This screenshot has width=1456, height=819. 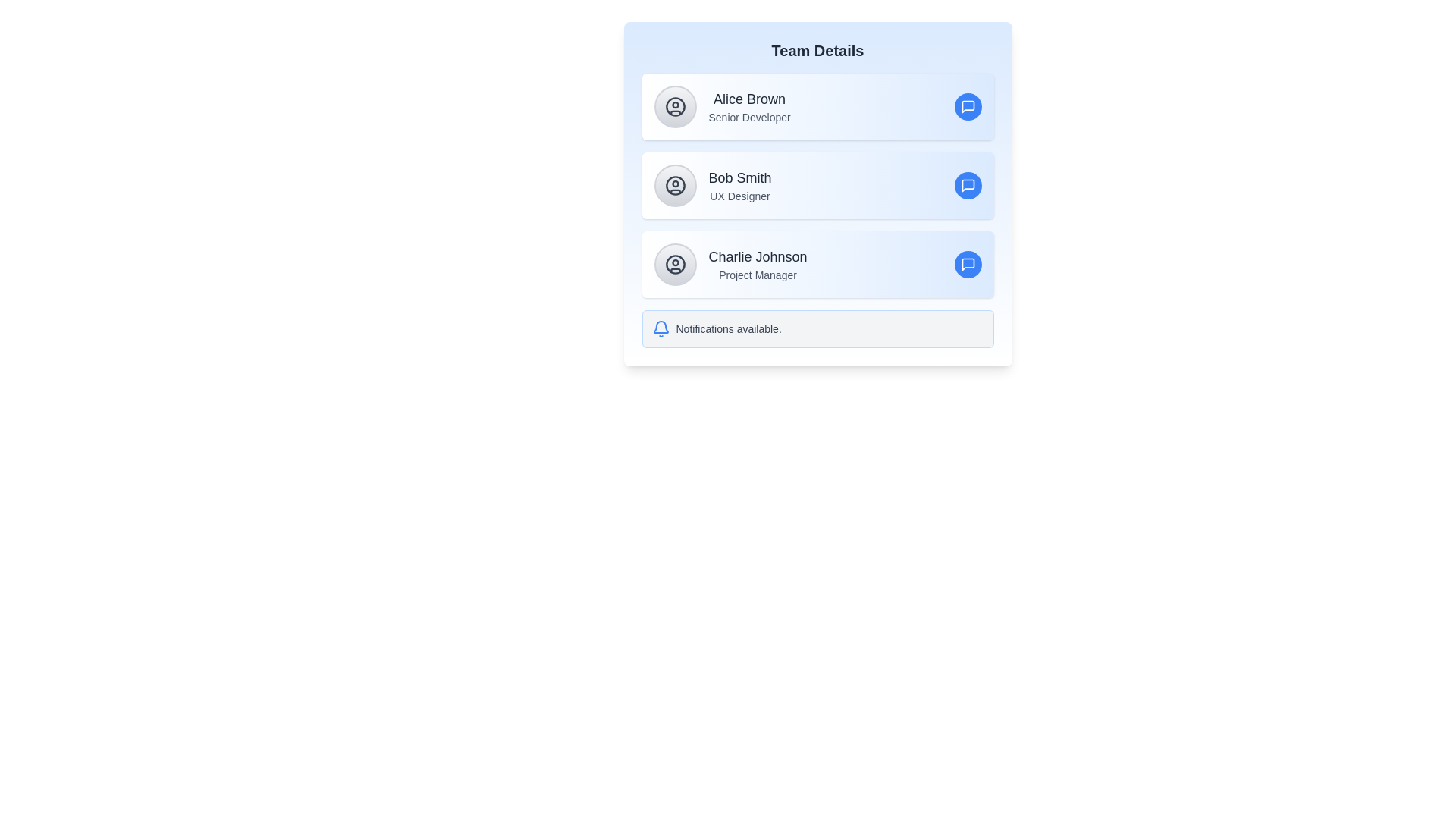 What do you see at coordinates (661, 328) in the screenshot?
I see `the notification icon located at the bottom of the application interface, which signifies notifications or alerts to the user` at bounding box center [661, 328].